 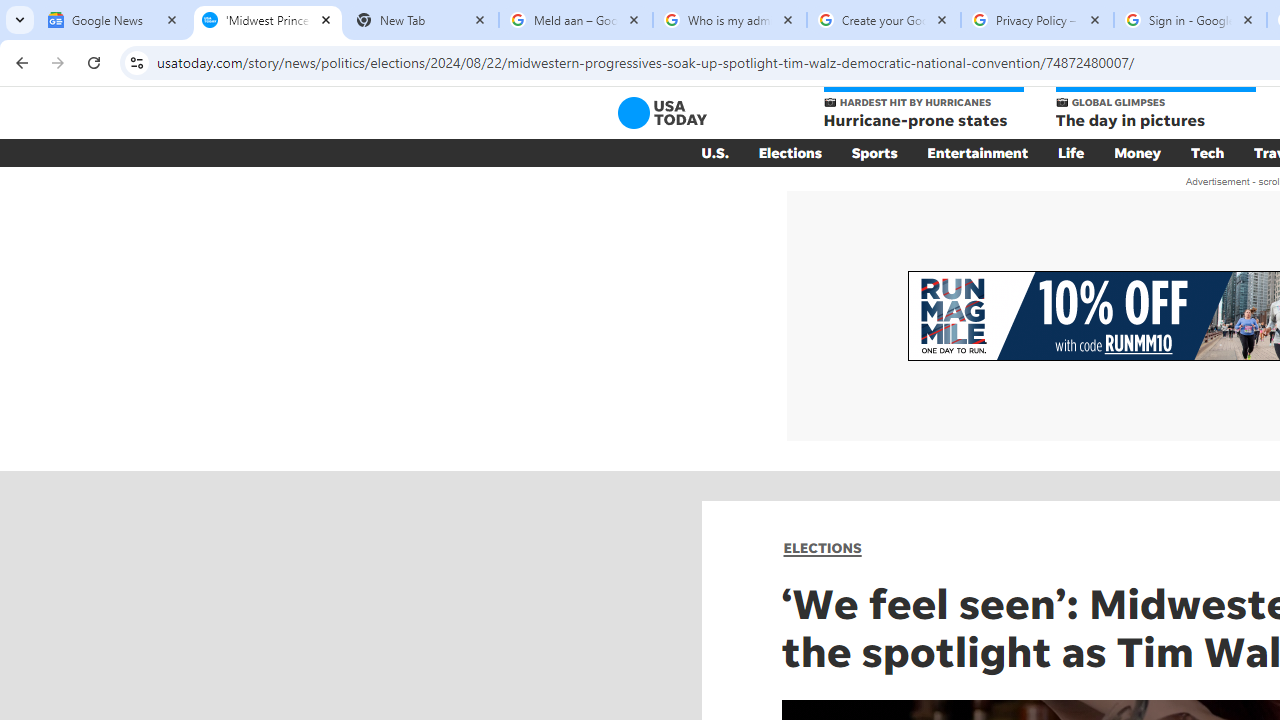 What do you see at coordinates (1206, 152) in the screenshot?
I see `'Tech'` at bounding box center [1206, 152].